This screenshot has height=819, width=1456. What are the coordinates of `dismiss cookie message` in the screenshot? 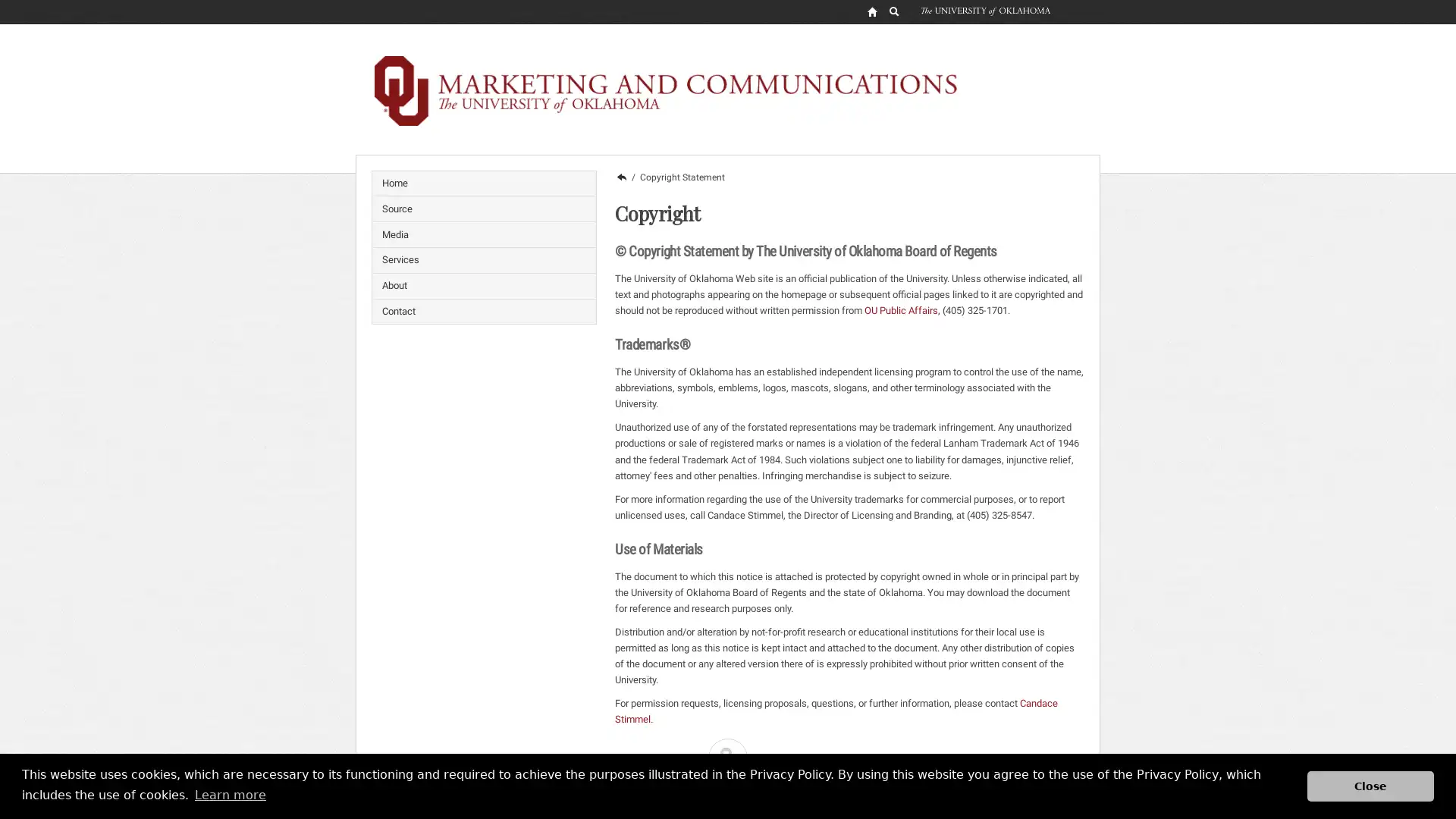 It's located at (1370, 785).